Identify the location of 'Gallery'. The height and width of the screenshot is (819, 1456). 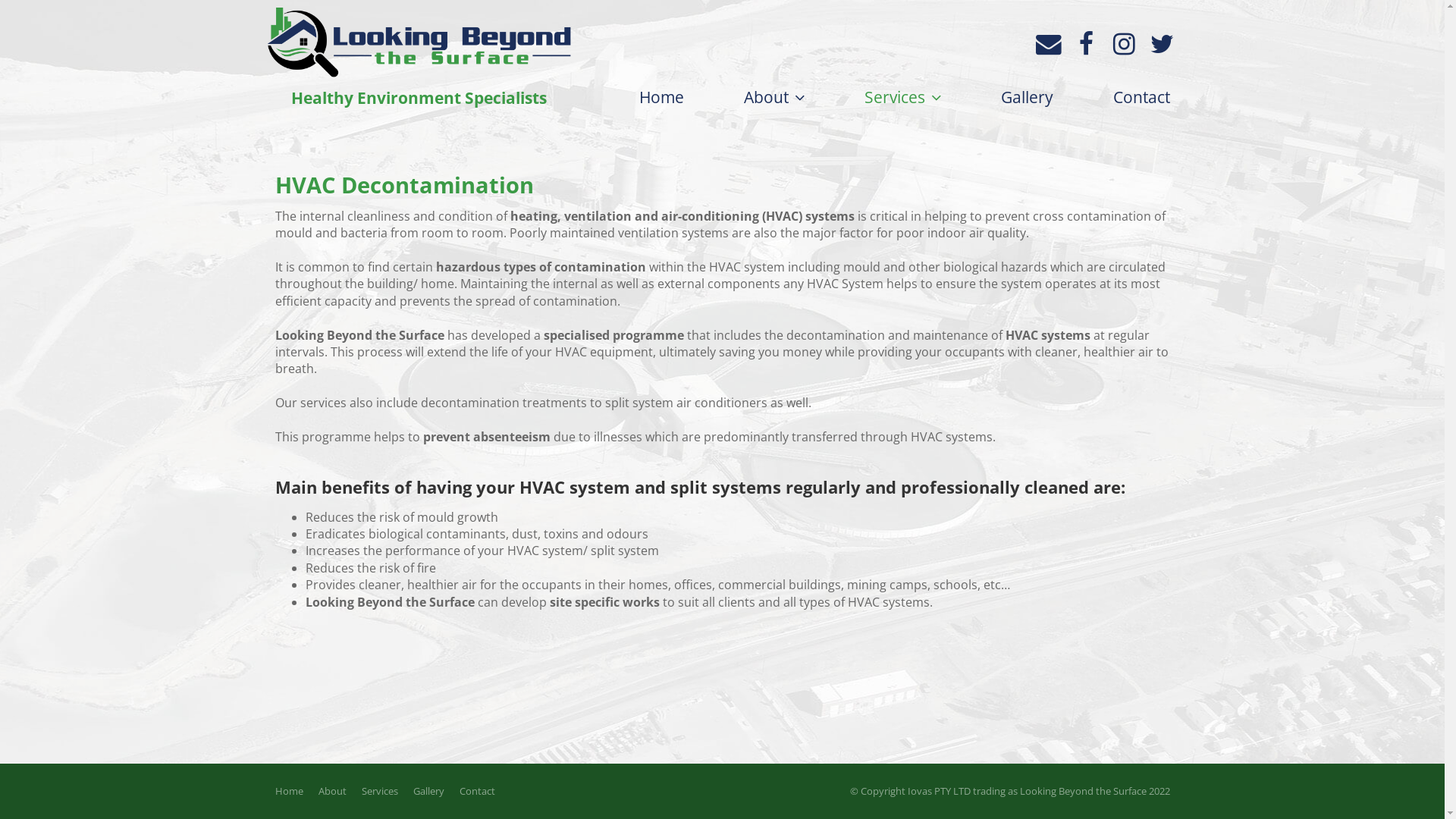
(1027, 96).